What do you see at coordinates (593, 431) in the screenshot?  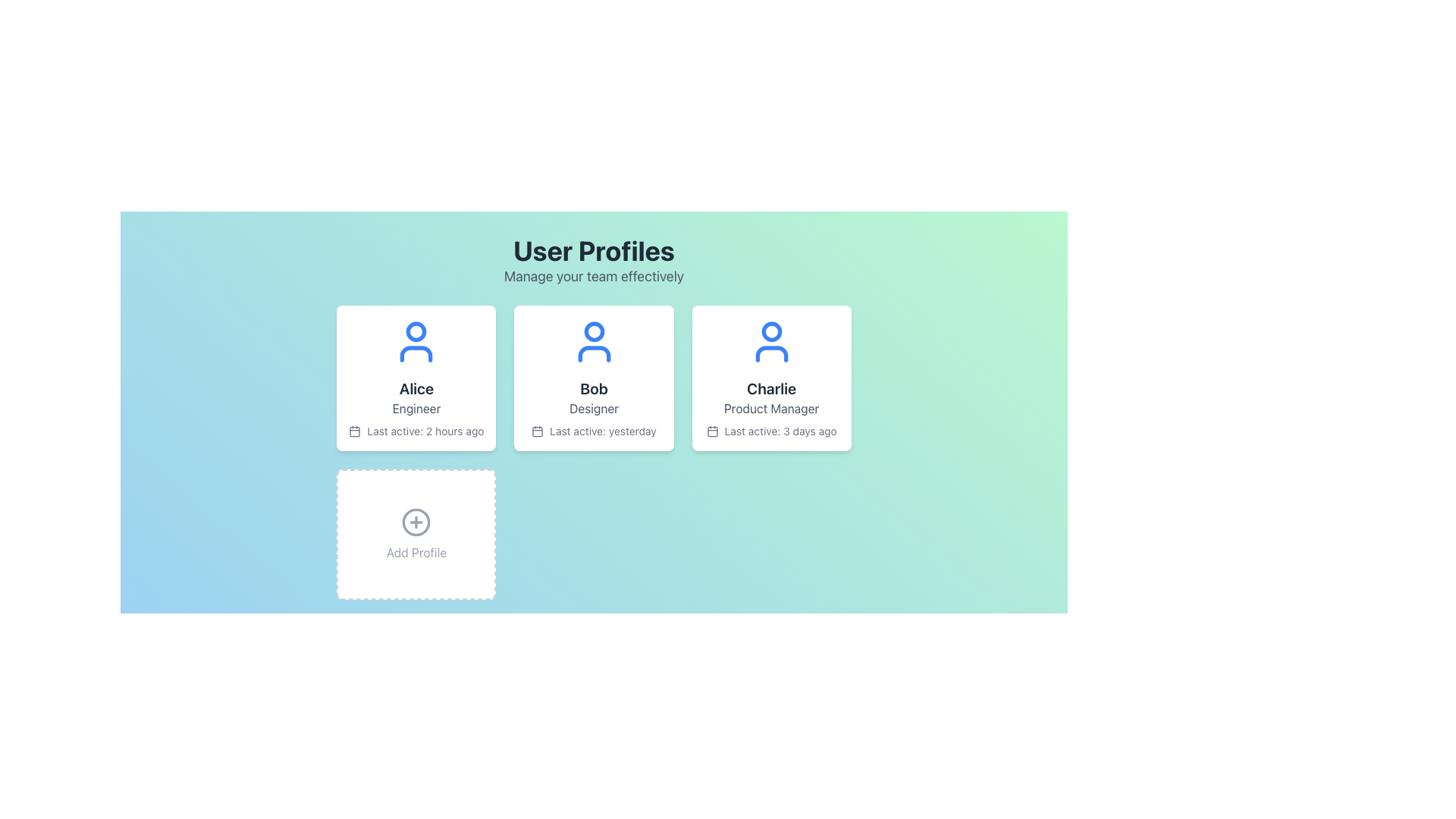 I see `the informational text element with a calendar icon that shows 'Last active: yesterday', located at the bottom of Bob's user card` at bounding box center [593, 431].